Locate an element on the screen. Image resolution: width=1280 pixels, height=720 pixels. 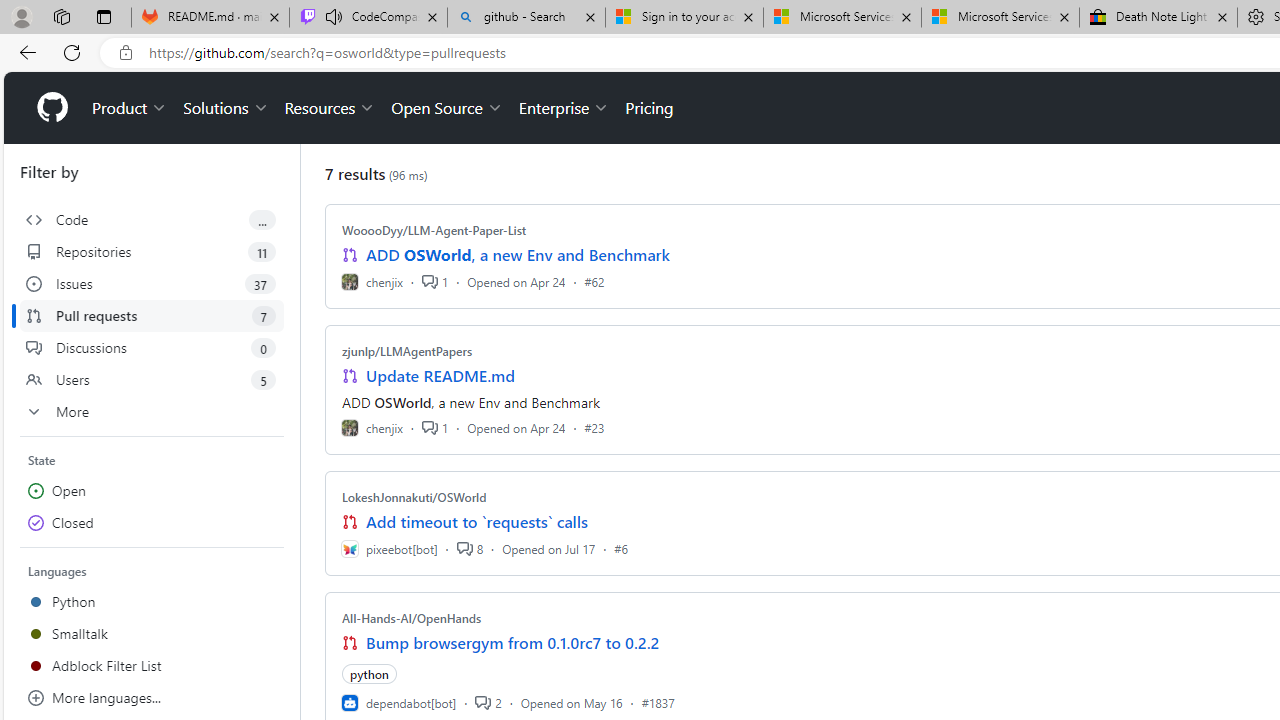
'Homepage' is located at coordinates (51, 108).